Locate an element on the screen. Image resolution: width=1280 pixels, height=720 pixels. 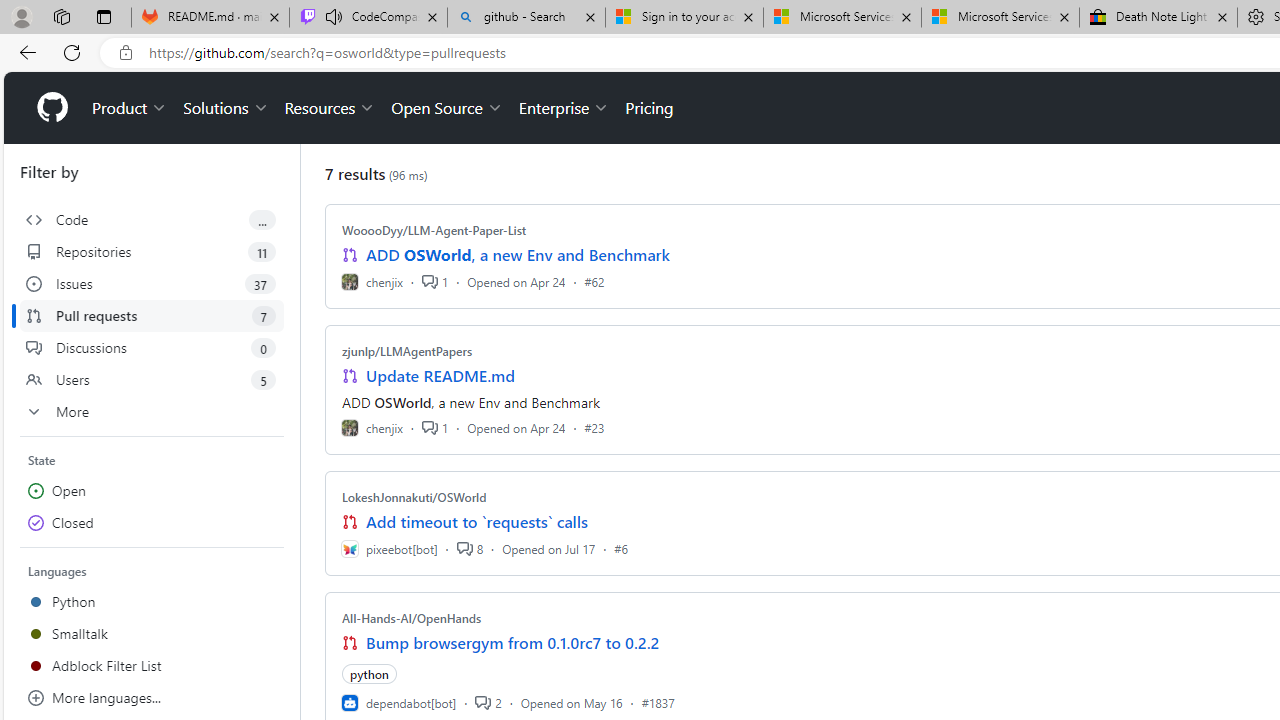
'Homepage' is located at coordinates (51, 108).